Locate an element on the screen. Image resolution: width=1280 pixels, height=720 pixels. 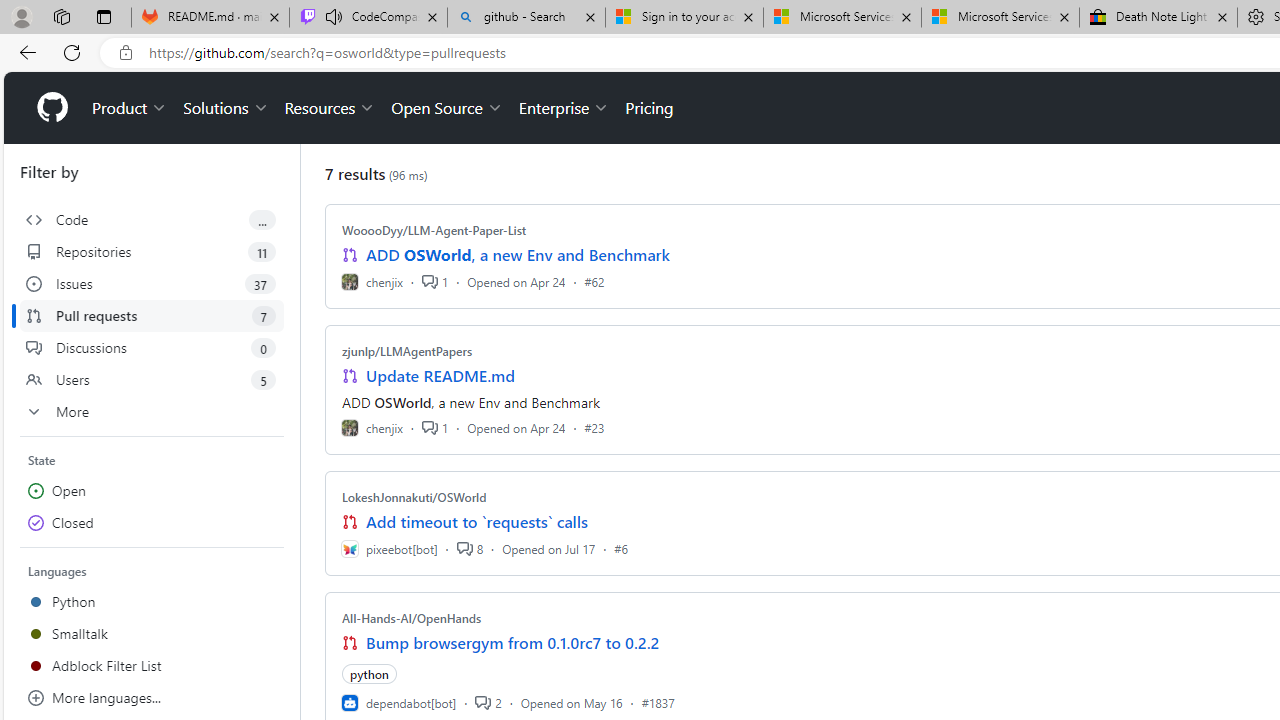
'Homepage' is located at coordinates (51, 108).